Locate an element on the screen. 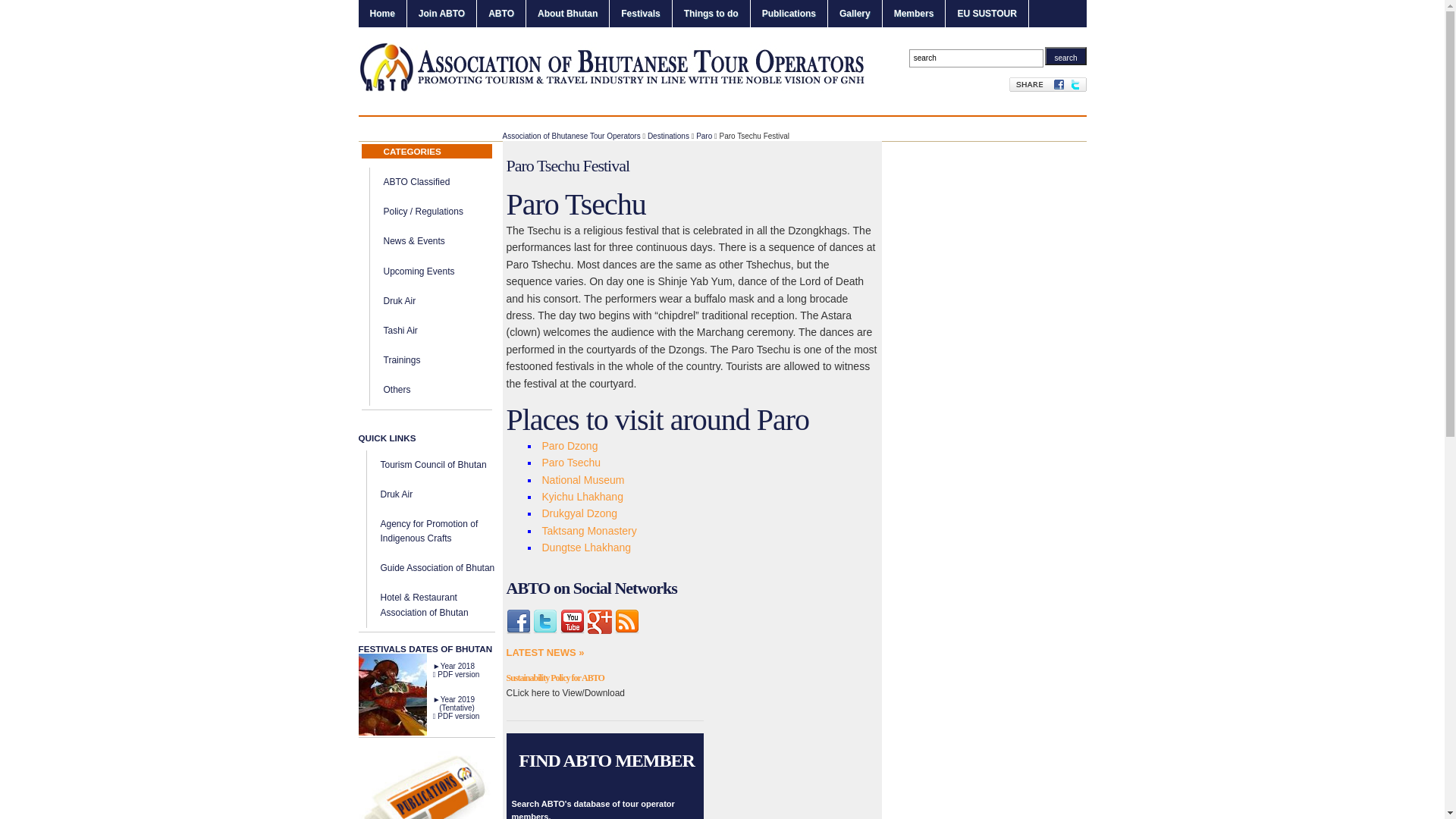 This screenshot has height=819, width=1456. 'Drukgyal Dzong' is located at coordinates (578, 513).